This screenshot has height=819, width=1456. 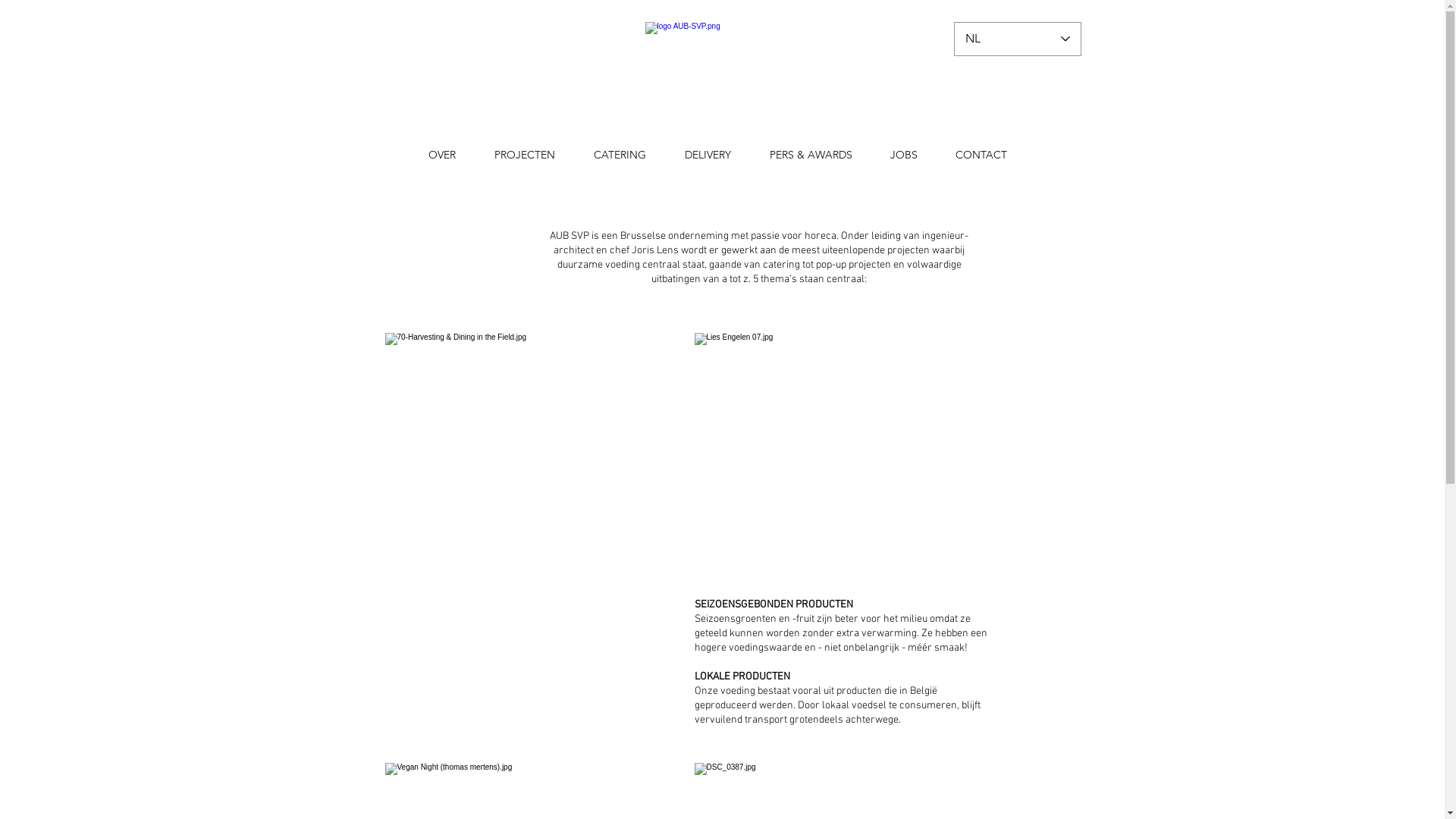 What do you see at coordinates (870, 155) in the screenshot?
I see `'JOBS'` at bounding box center [870, 155].